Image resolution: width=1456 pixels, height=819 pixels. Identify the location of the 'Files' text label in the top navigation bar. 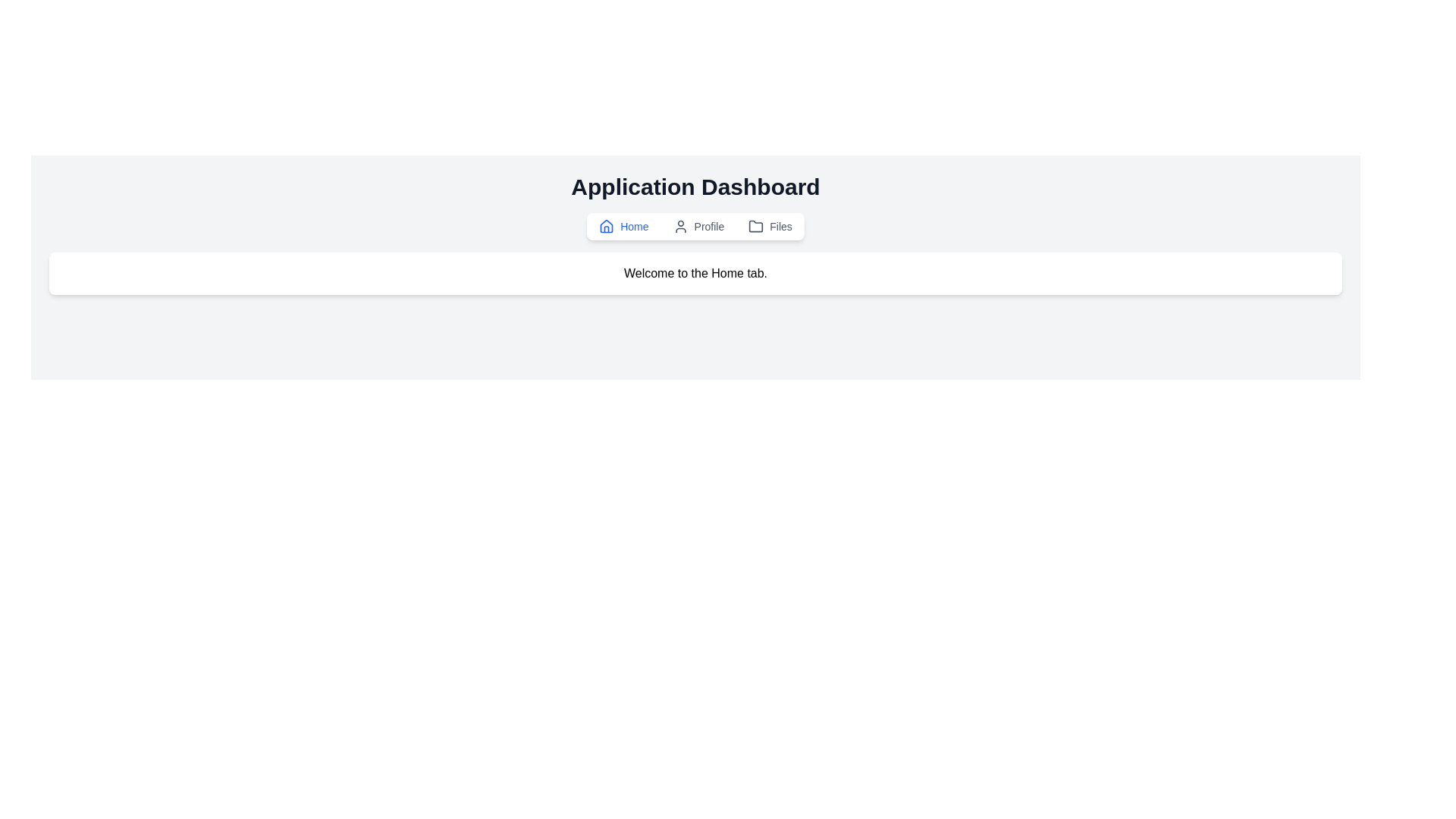
(781, 227).